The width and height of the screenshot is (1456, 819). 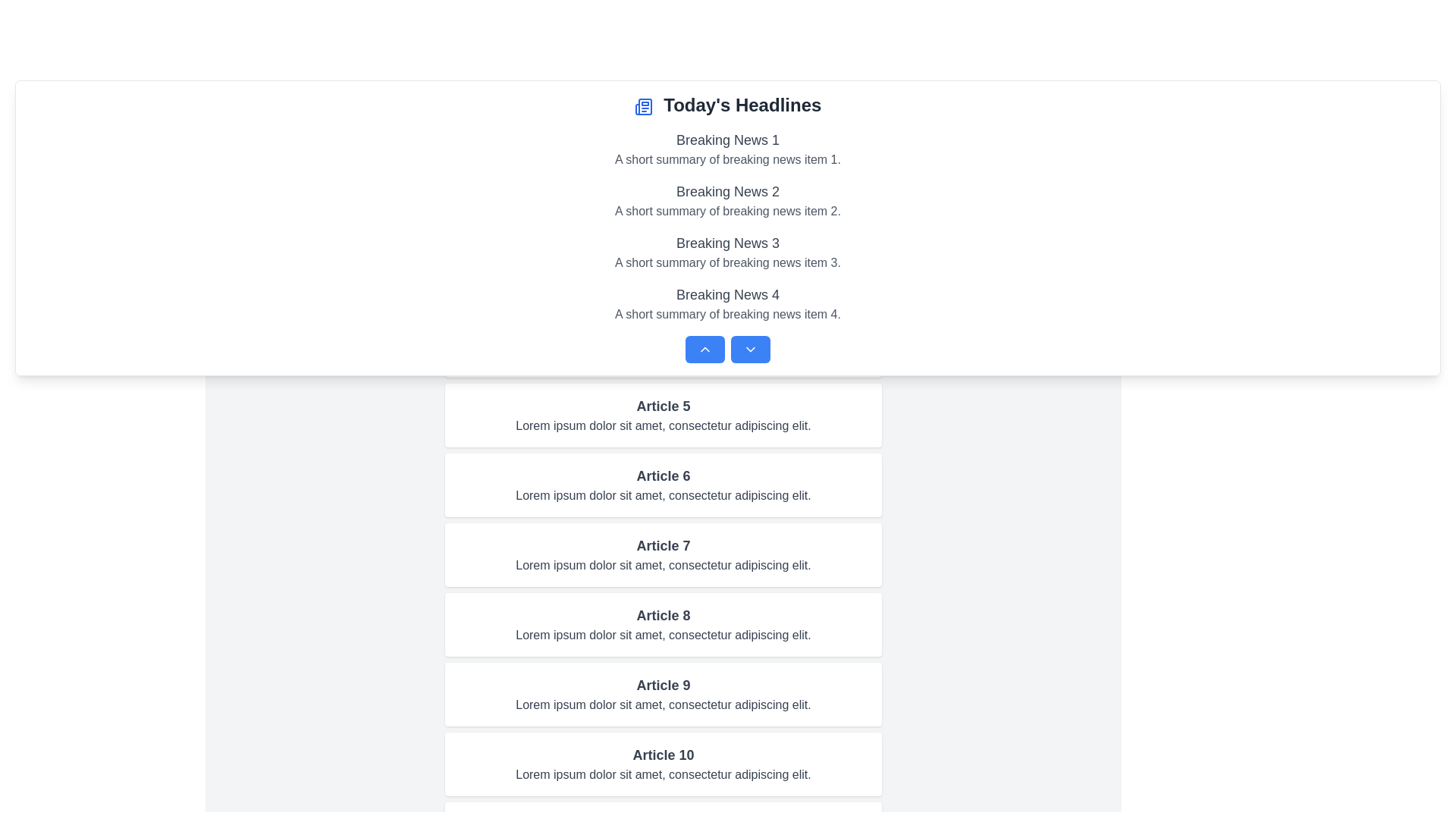 I want to click on the body text of the article entry located directly below the primary header 'Article 8', which provides supplementary descriptive information for the article, so click(x=663, y=635).